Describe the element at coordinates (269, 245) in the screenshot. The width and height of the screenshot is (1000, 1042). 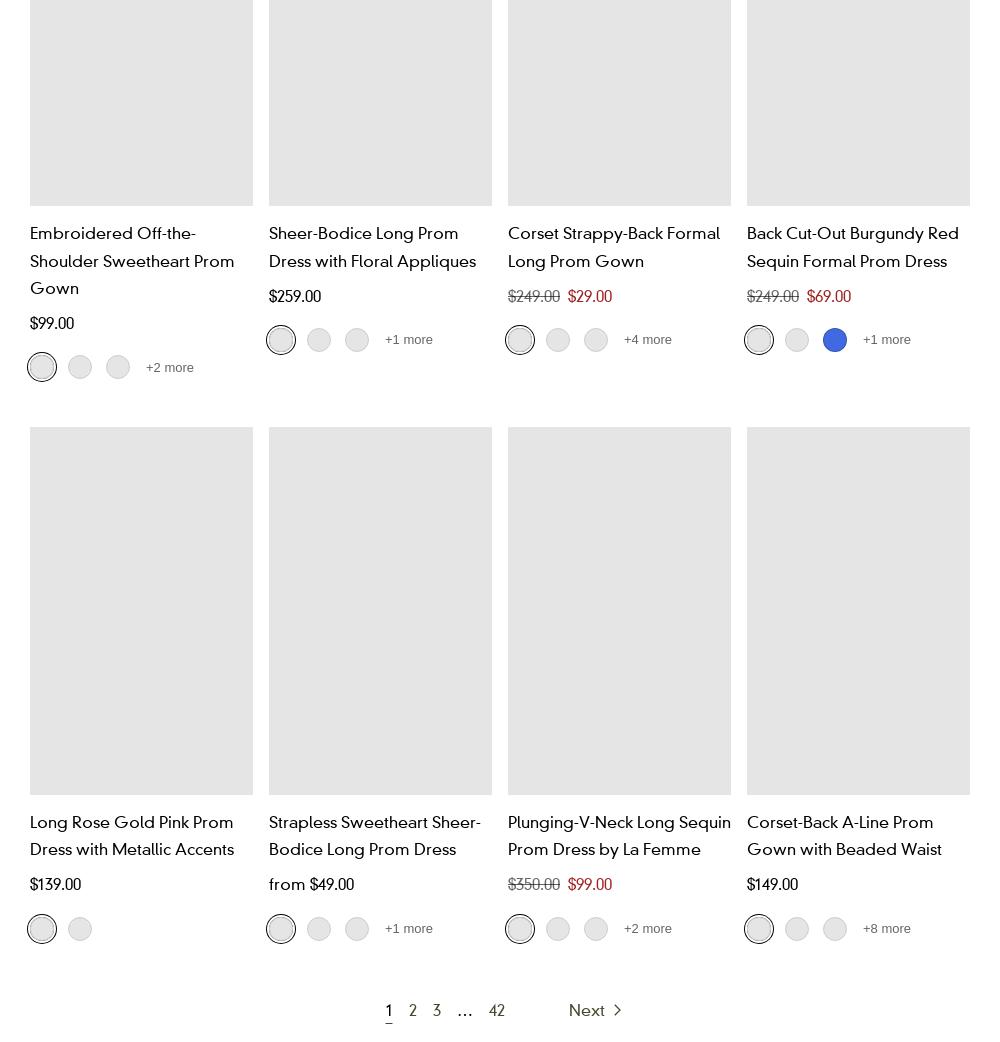
I see `'Sheer-Bodice Long Prom Dress with Floral Appliques'` at that location.